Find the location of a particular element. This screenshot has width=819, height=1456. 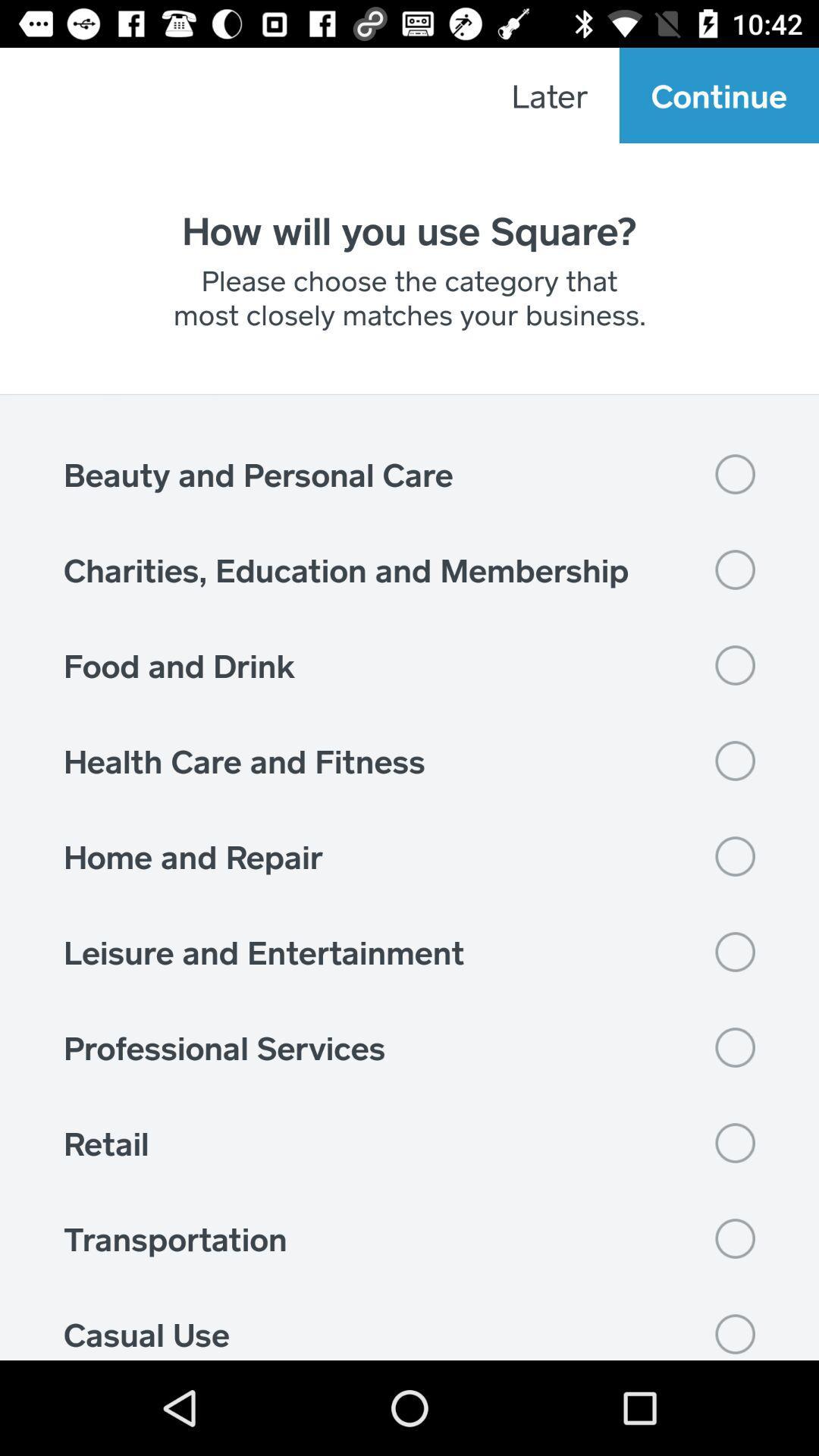

how will you is located at coordinates (409, 229).